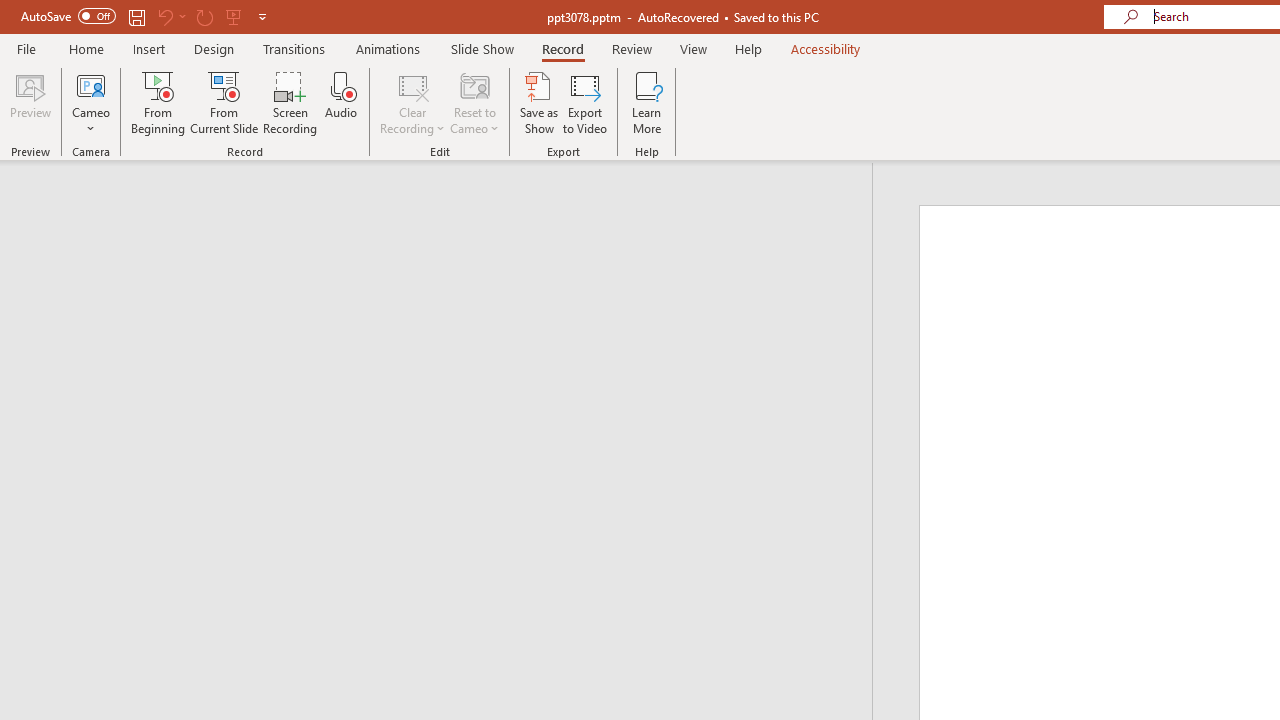  What do you see at coordinates (647, 103) in the screenshot?
I see `'Learn More'` at bounding box center [647, 103].